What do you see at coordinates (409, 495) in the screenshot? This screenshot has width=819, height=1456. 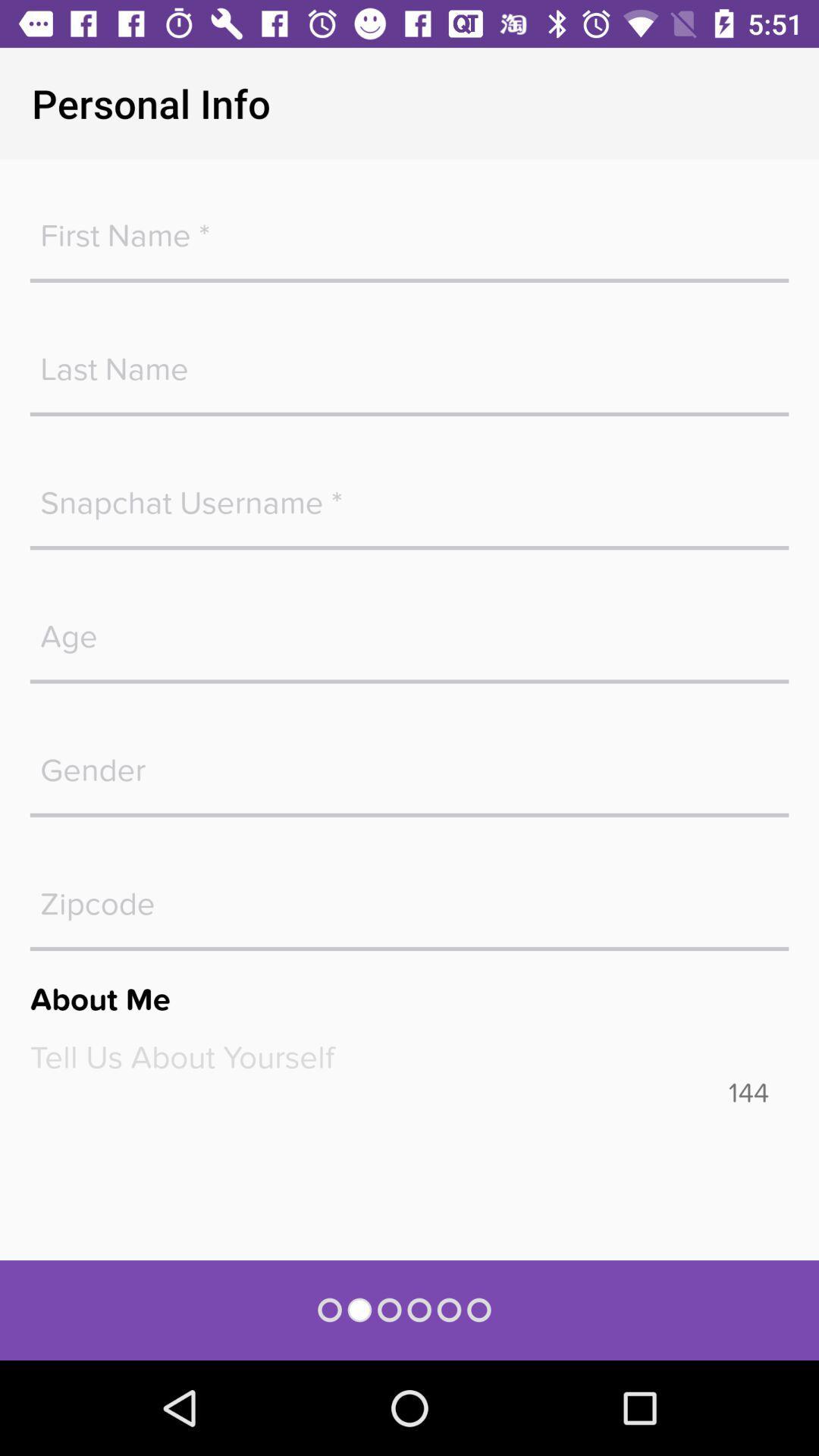 I see `snapchat username` at bounding box center [409, 495].